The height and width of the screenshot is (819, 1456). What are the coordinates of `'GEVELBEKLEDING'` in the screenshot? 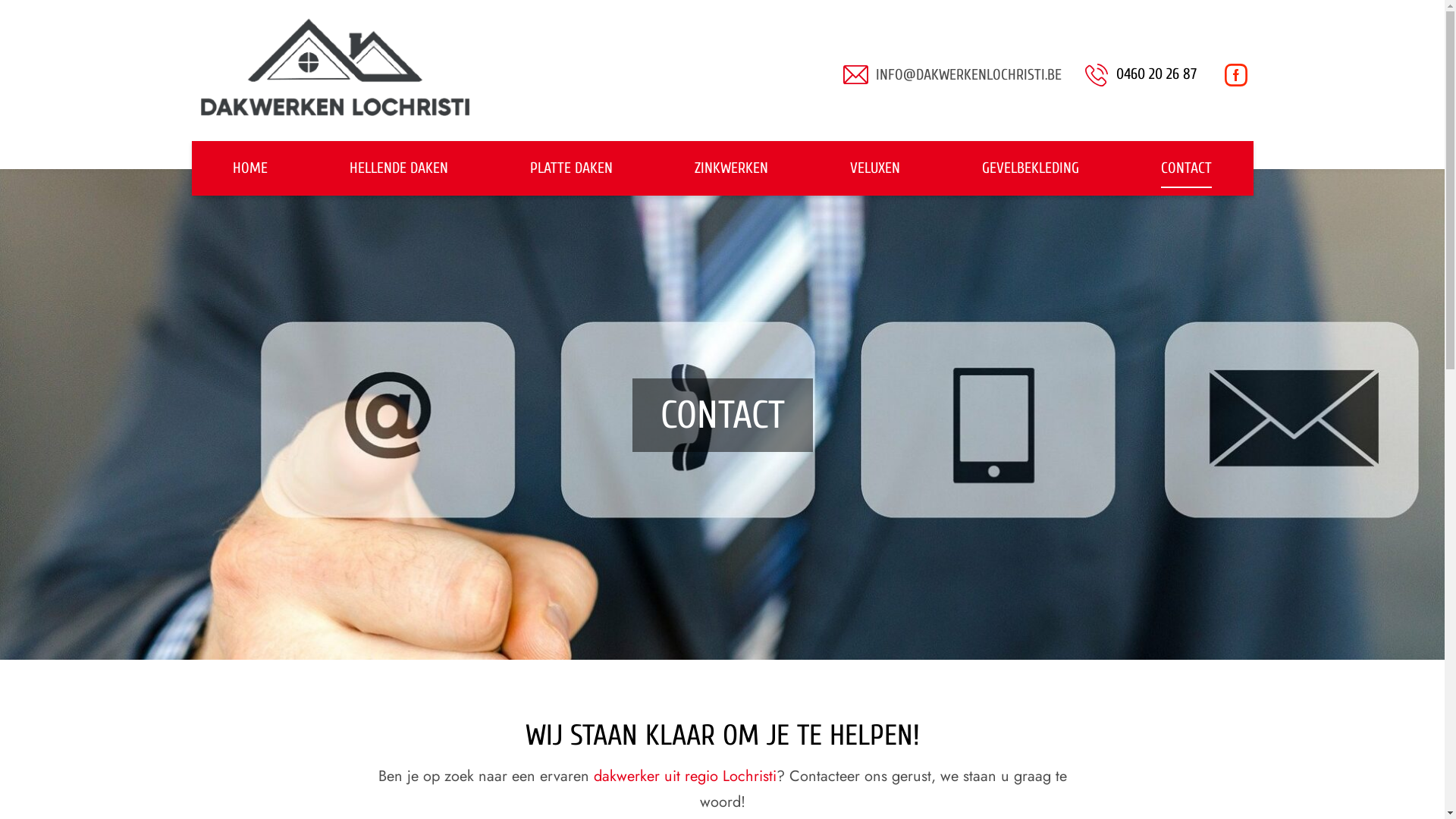 It's located at (982, 168).